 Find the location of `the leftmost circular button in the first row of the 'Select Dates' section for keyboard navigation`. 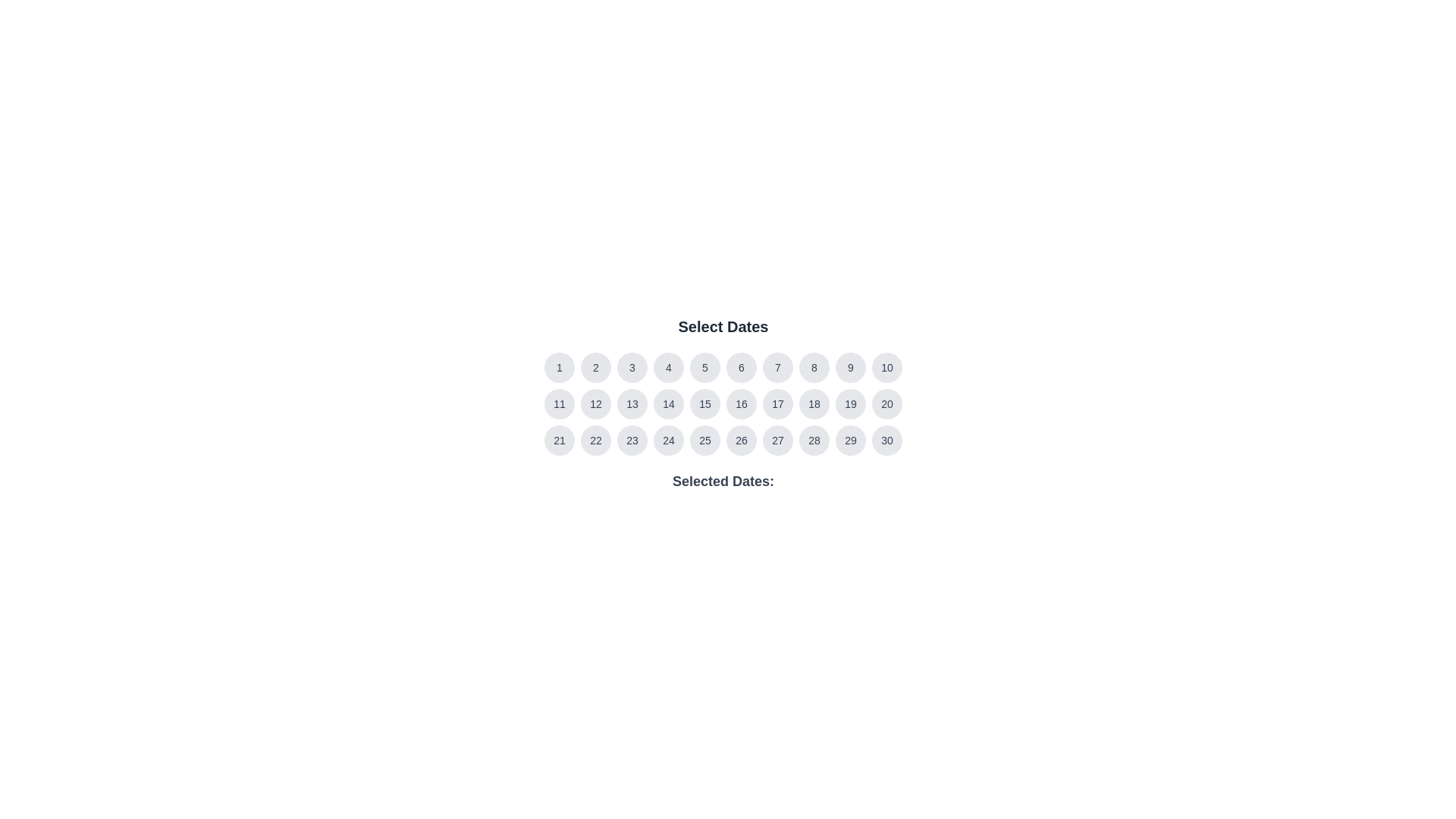

the leftmost circular button in the first row of the 'Select Dates' section for keyboard navigation is located at coordinates (559, 368).